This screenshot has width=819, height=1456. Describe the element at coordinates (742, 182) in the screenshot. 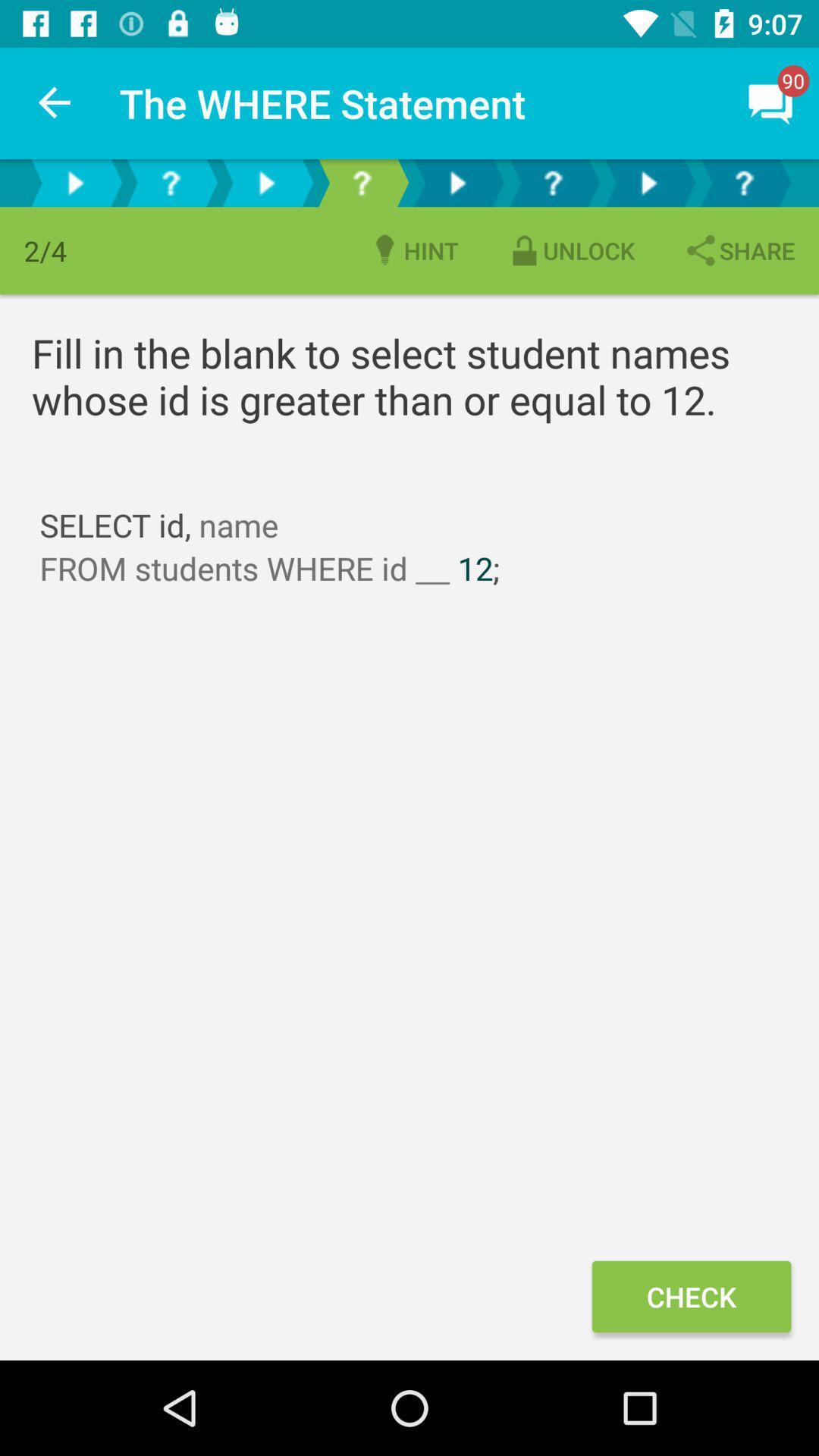

I see `the help icon` at that location.